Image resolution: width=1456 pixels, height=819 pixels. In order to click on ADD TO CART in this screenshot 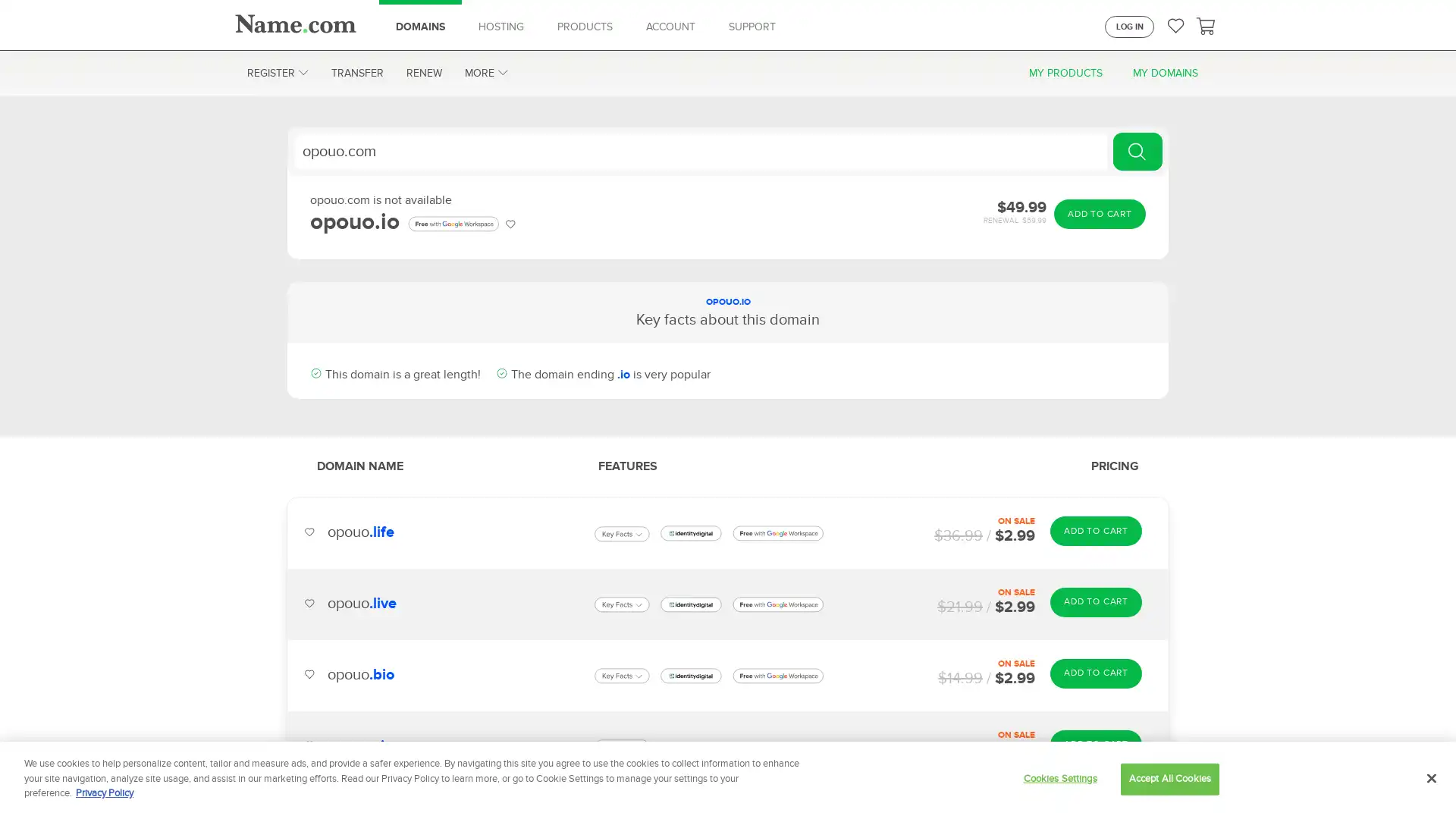, I will do `click(1096, 601)`.